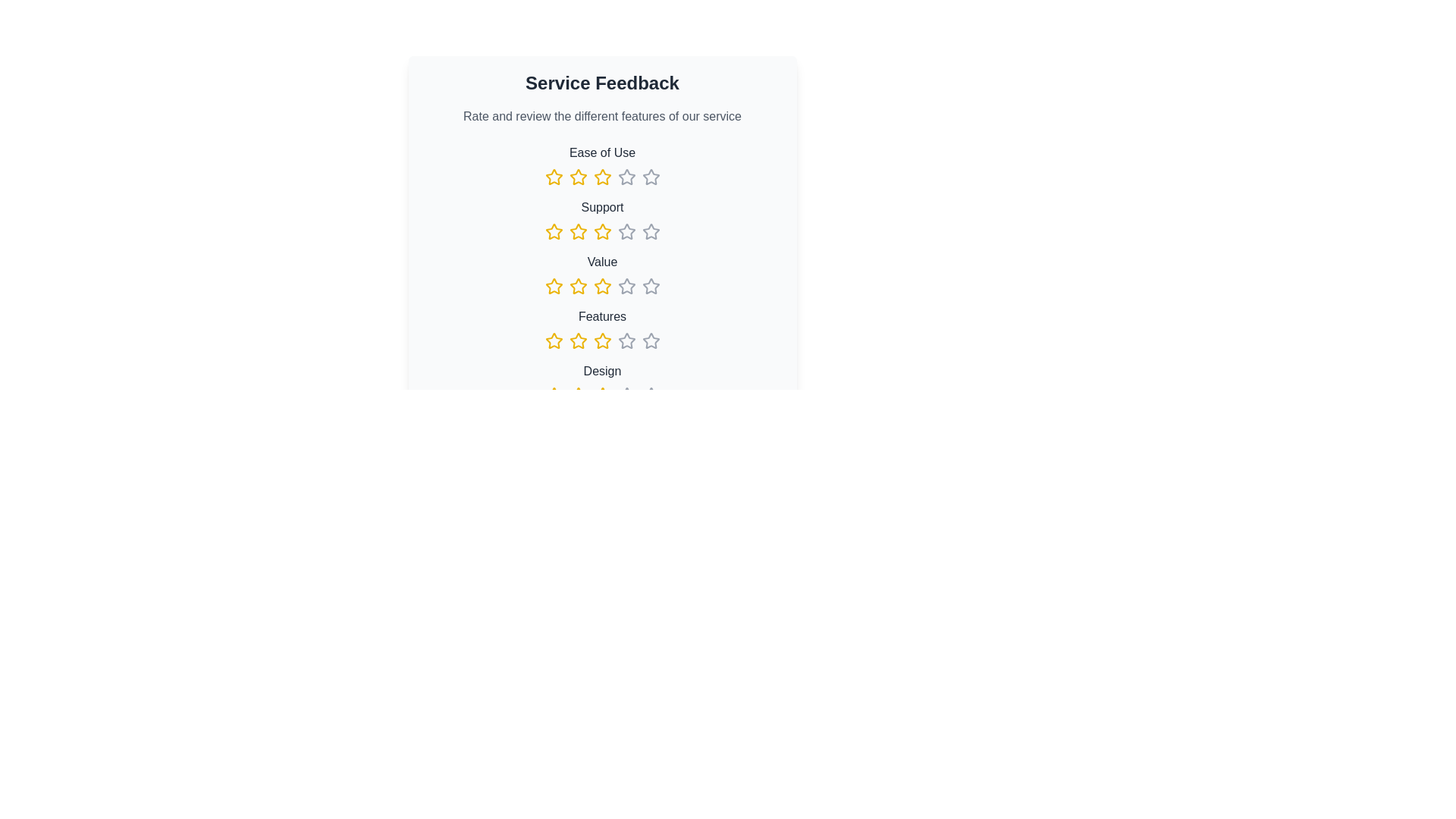  Describe the element at coordinates (577, 231) in the screenshot. I see `the clickable star icon used for ratings located under the 'Support' category` at that location.